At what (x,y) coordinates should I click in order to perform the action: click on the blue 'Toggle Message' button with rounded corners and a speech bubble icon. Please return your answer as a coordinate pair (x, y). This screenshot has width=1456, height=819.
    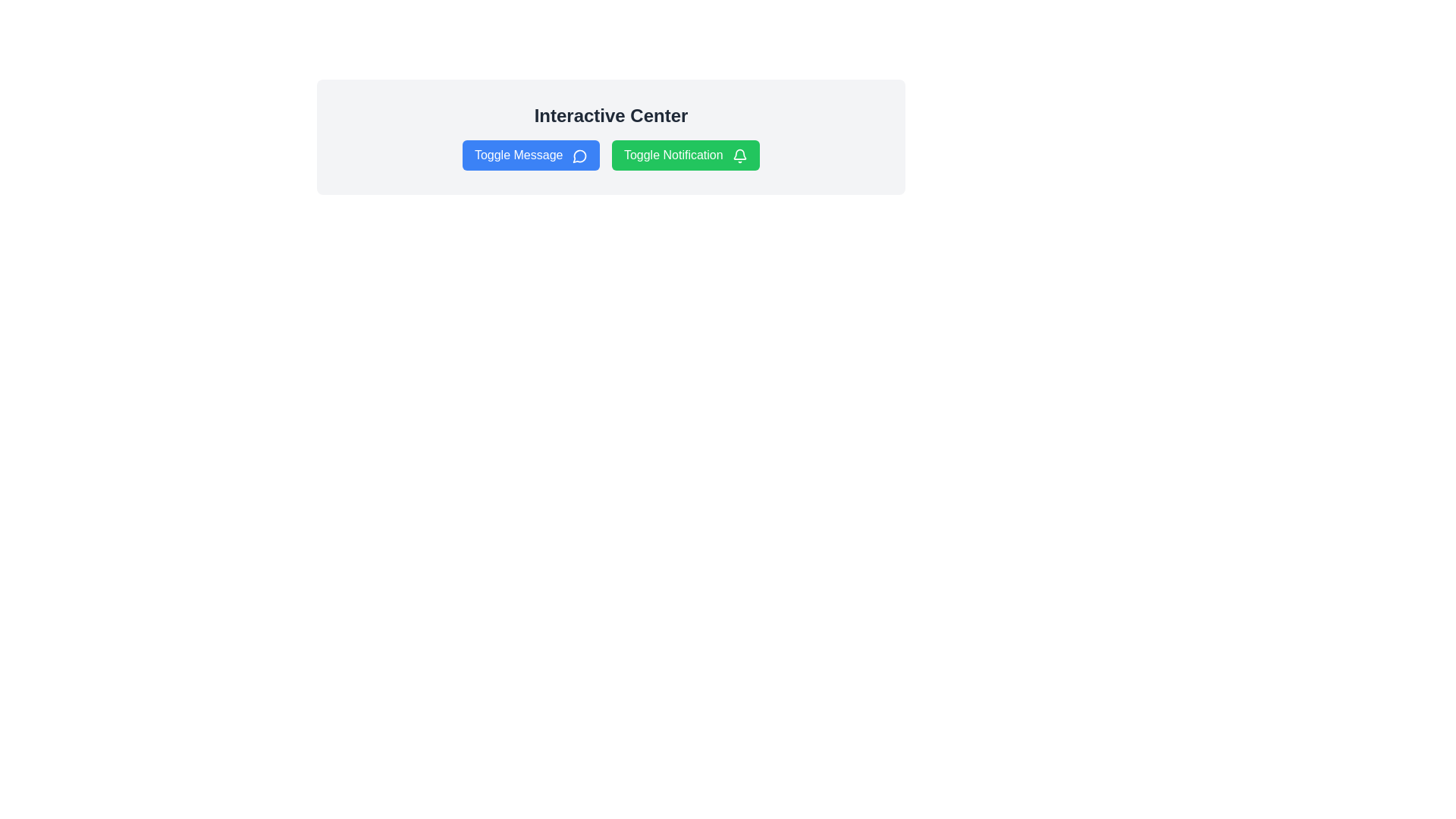
    Looking at the image, I should click on (531, 155).